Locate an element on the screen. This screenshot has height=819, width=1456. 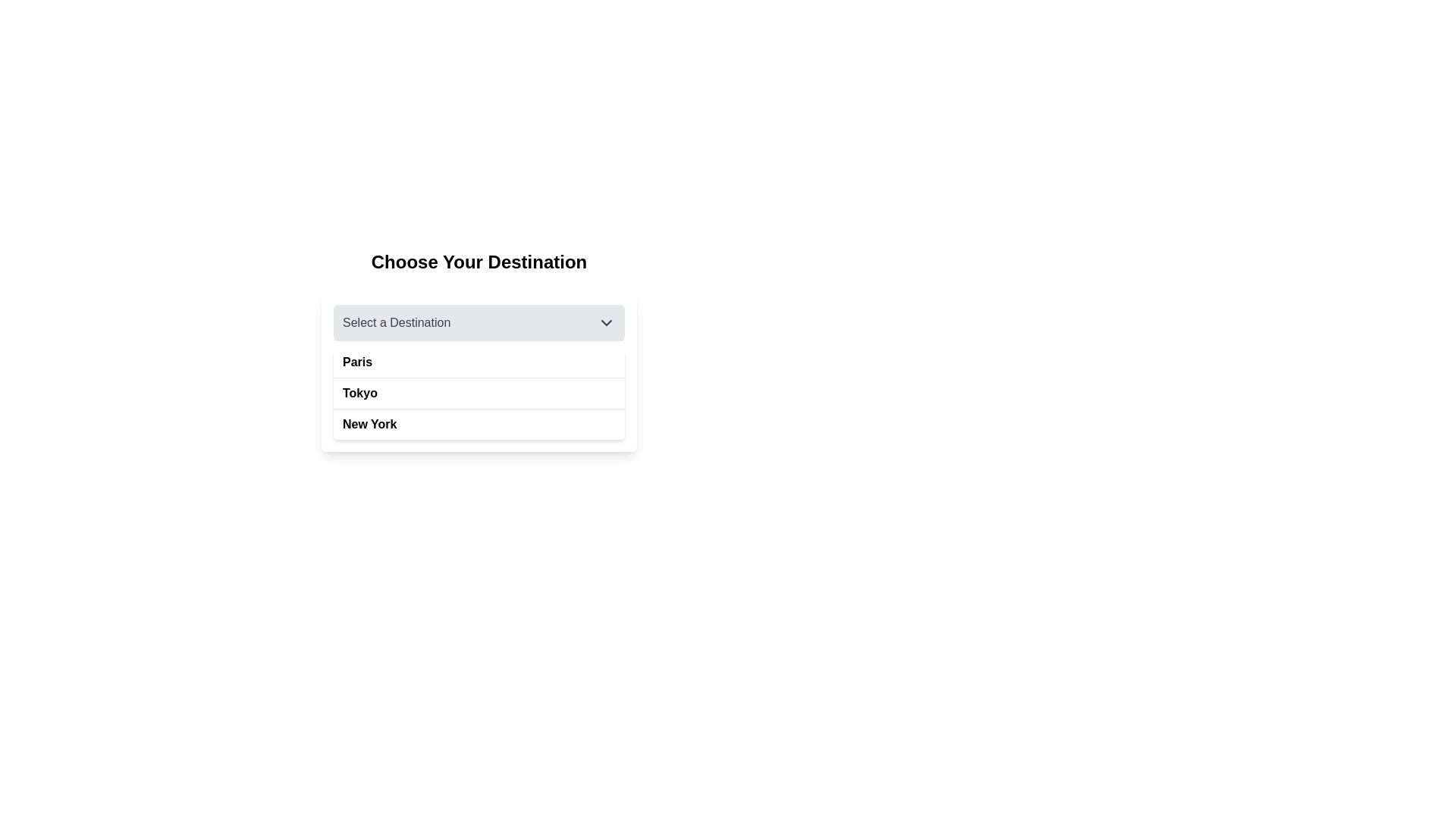
the selectable item for 'New York' in the dropdown list under 'Choose Your Destination' is located at coordinates (369, 424).